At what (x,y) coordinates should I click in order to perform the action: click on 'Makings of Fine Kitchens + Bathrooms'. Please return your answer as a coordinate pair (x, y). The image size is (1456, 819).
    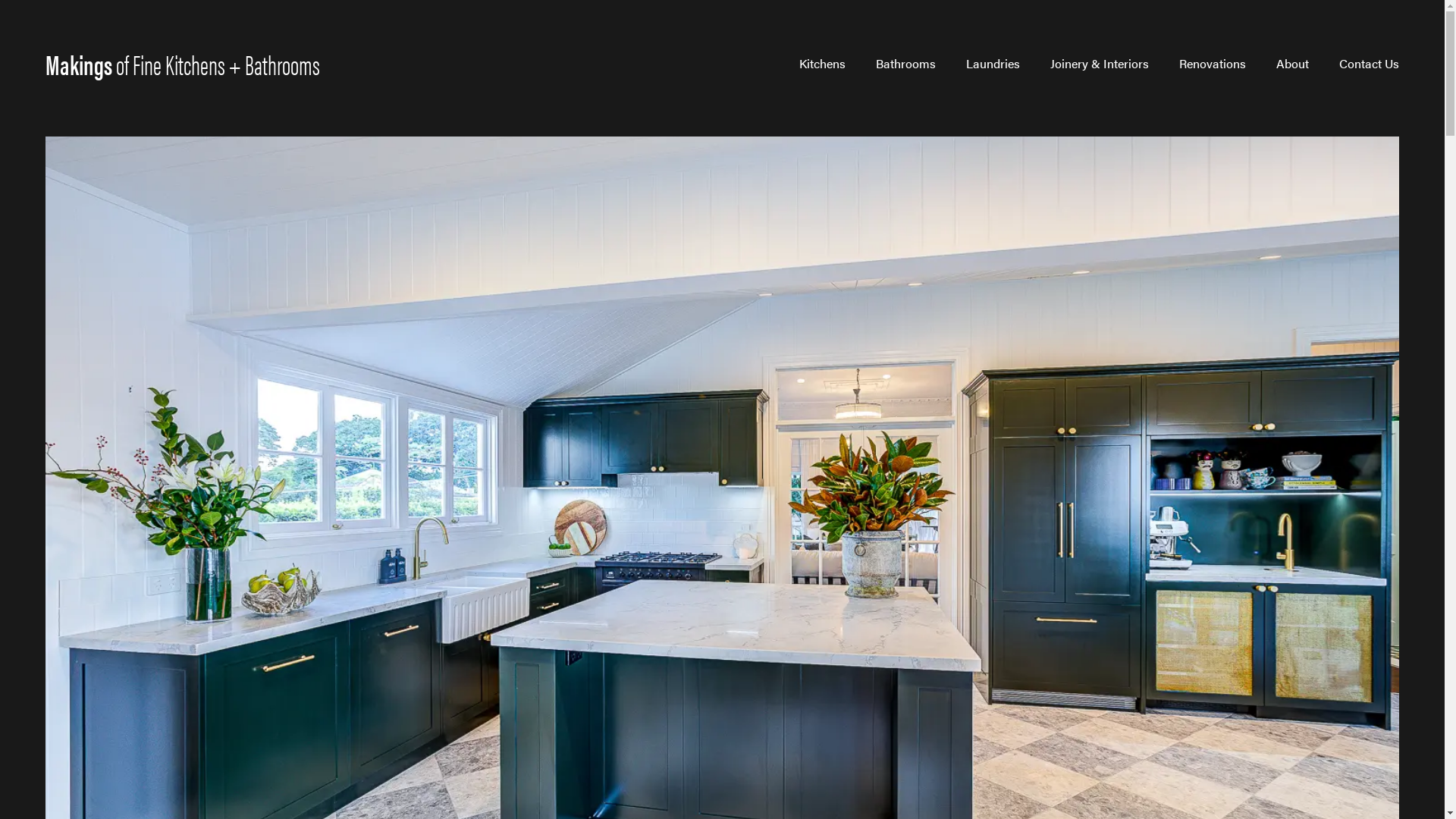
    Looking at the image, I should click on (182, 63).